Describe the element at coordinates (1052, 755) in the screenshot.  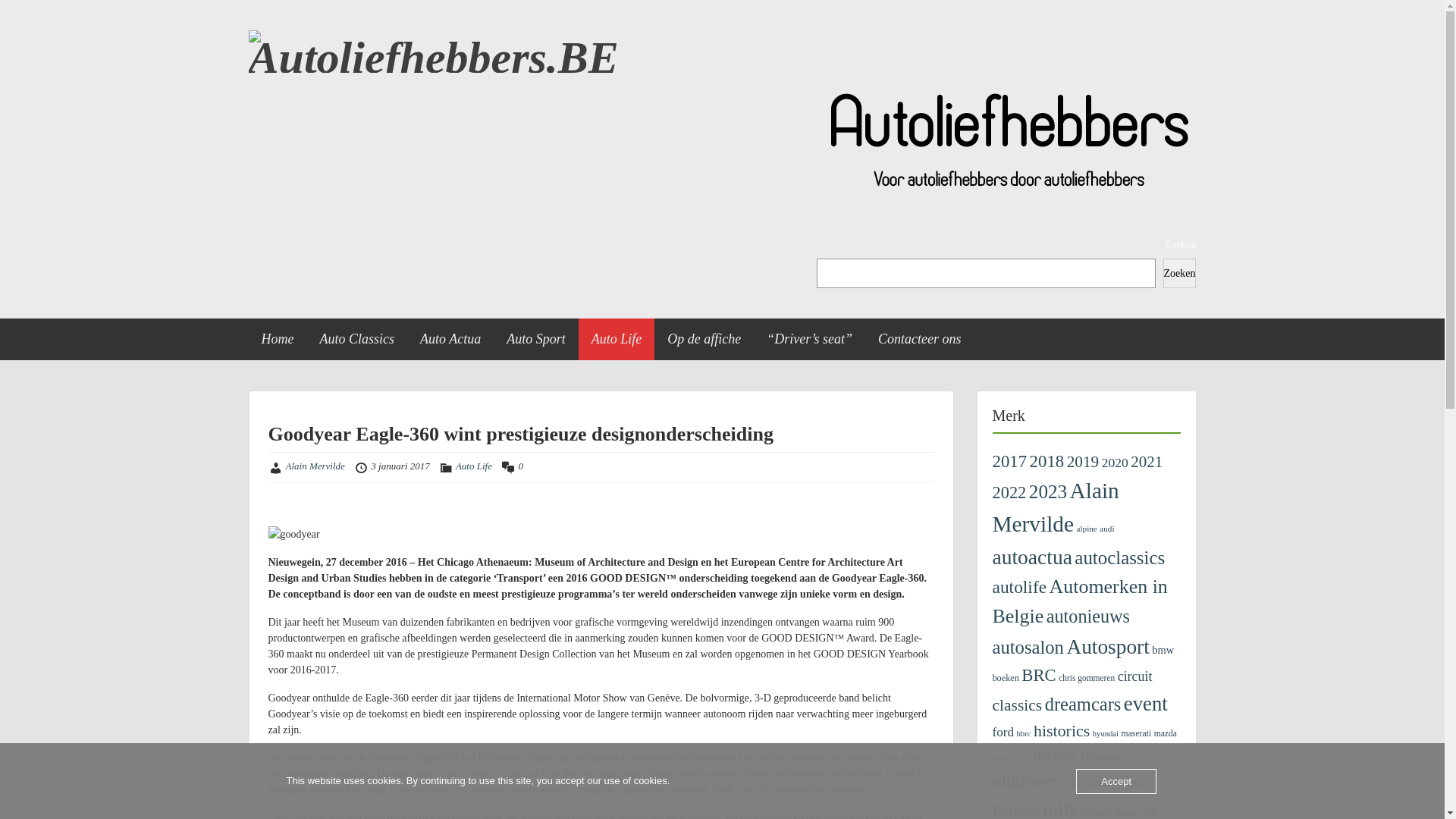
I see `'nieuws.'` at that location.